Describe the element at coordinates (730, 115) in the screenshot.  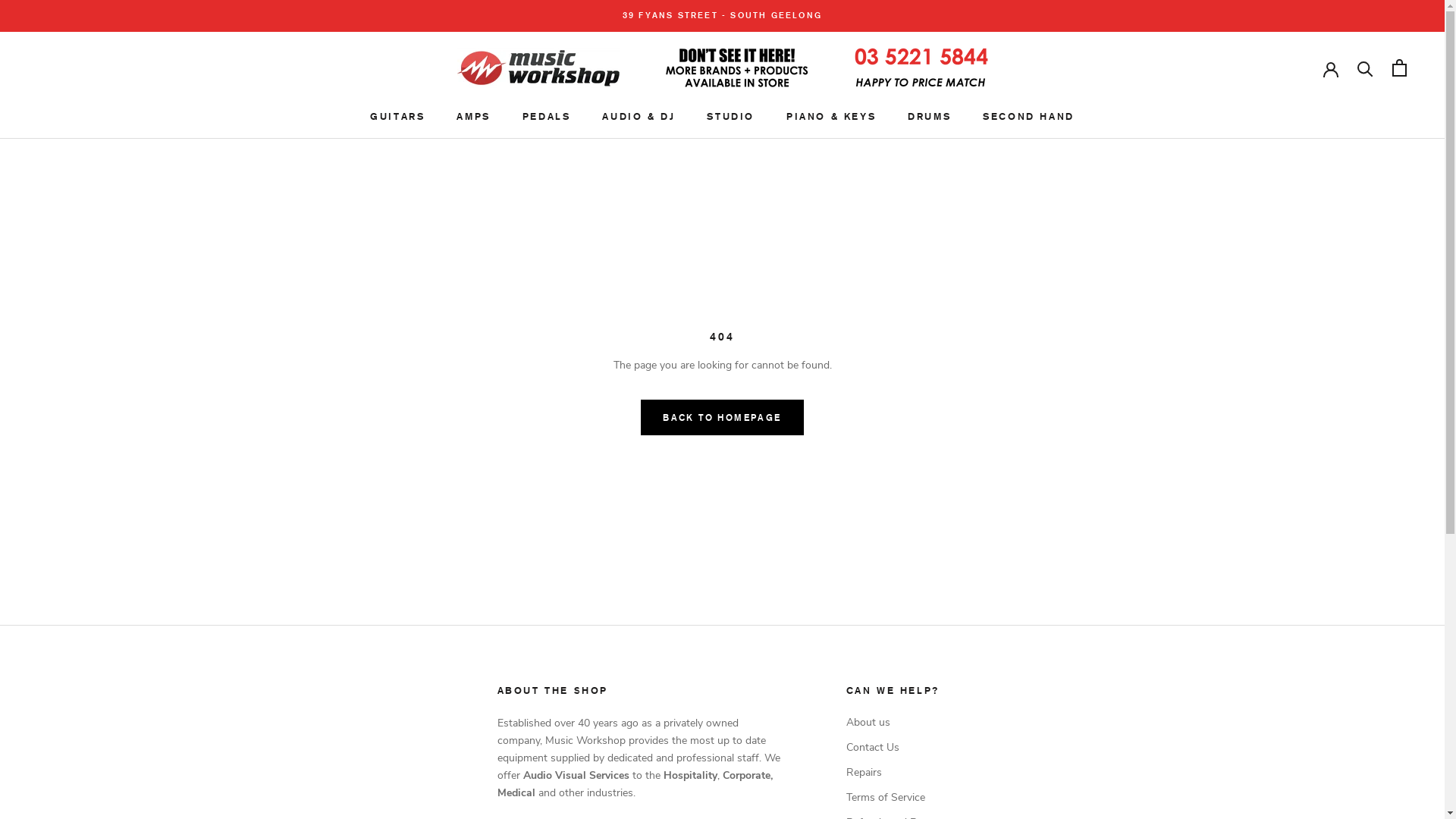
I see `'STUDIO'` at that location.